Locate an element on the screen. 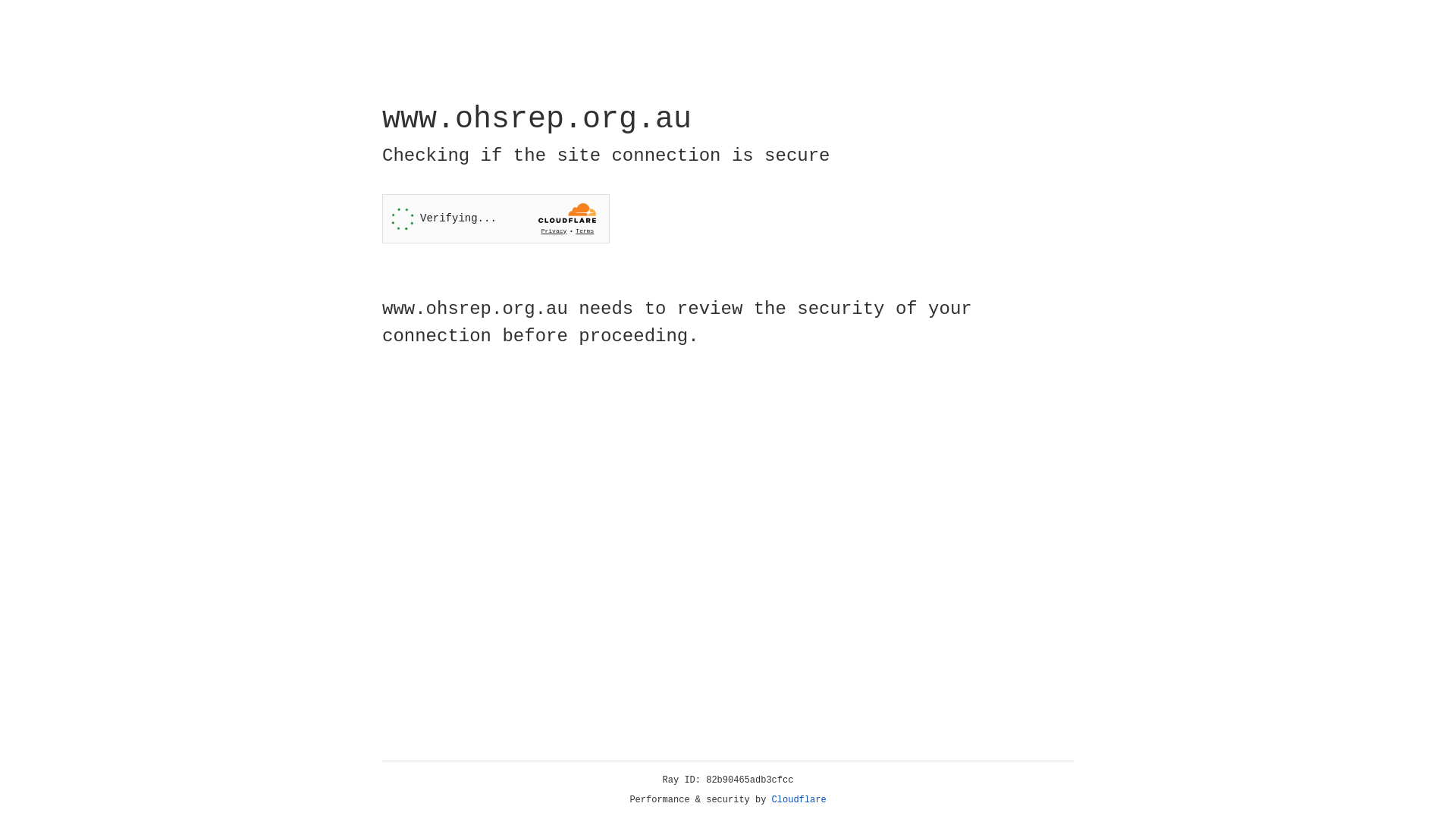 Image resolution: width=1456 pixels, height=819 pixels. 'Cloudflare' is located at coordinates (799, 799).